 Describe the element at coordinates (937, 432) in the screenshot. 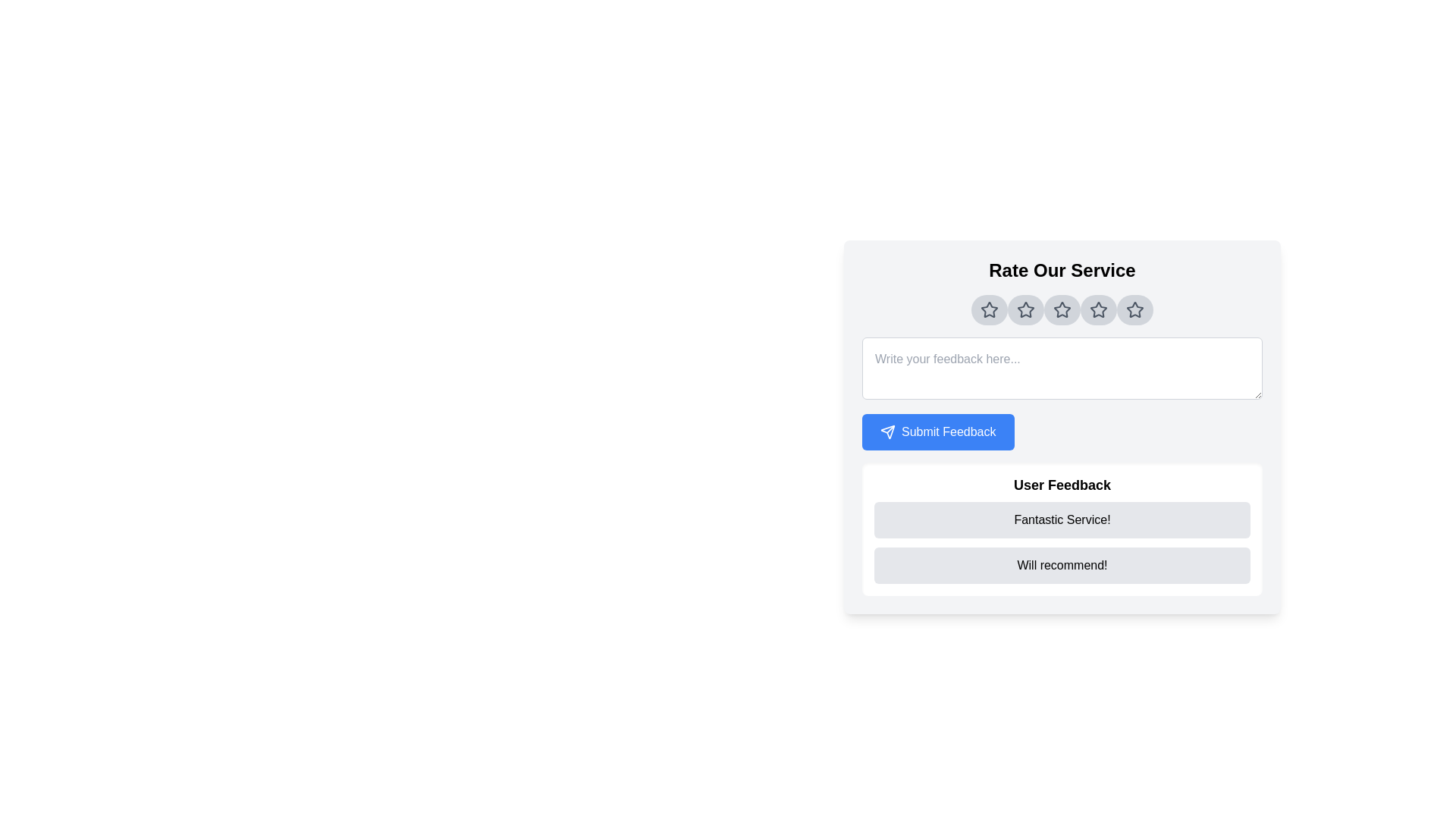

I see `the 'Submit Feedback' button, which is a rectangular button with rounded corners, styled with a blue background and white text` at that location.